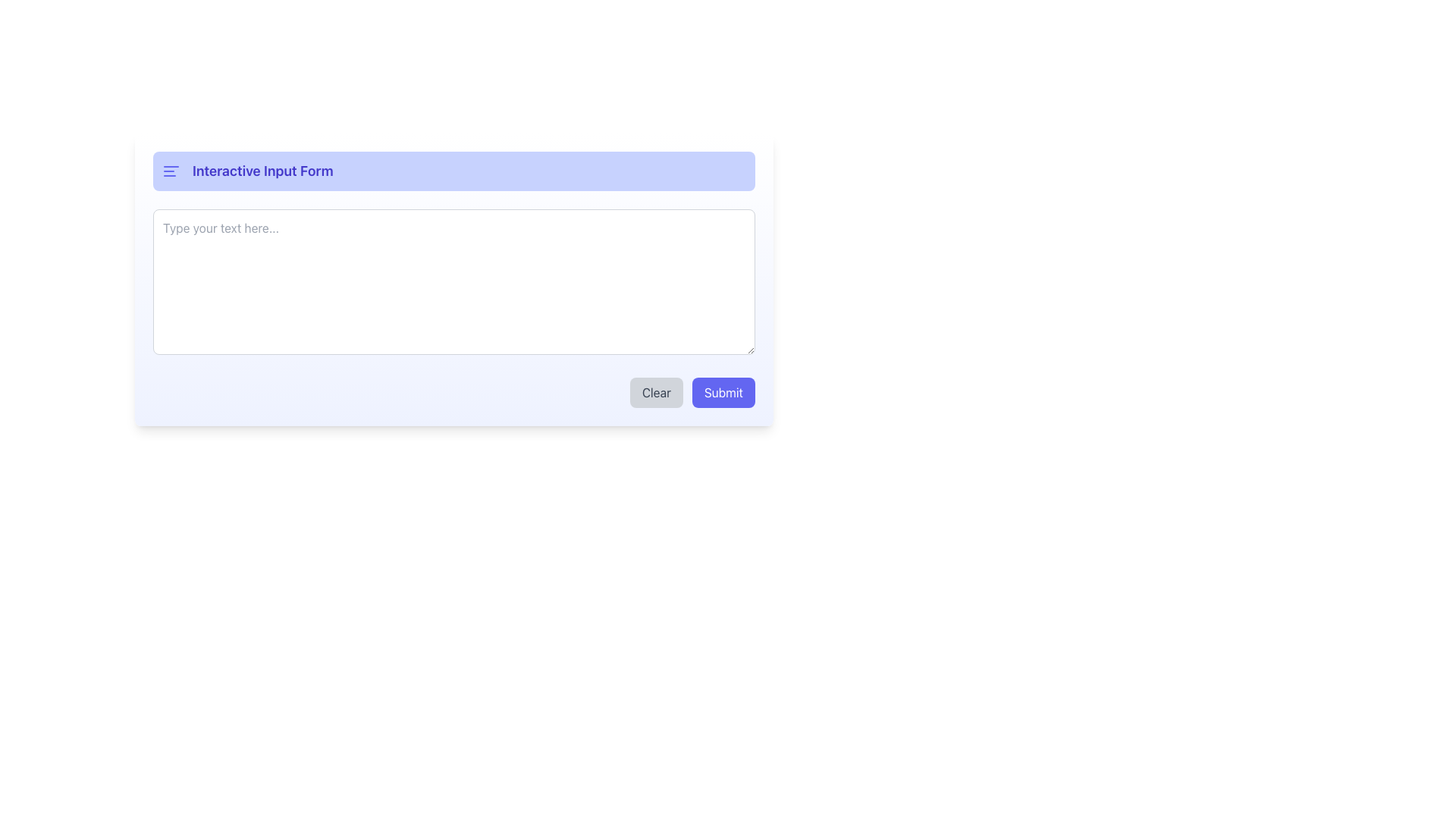 This screenshot has width=1456, height=819. Describe the element at coordinates (171, 171) in the screenshot. I see `the indigo SVG icon representing a menu, located to the left of the 'Interactive Input Form' label in the blue header` at that location.